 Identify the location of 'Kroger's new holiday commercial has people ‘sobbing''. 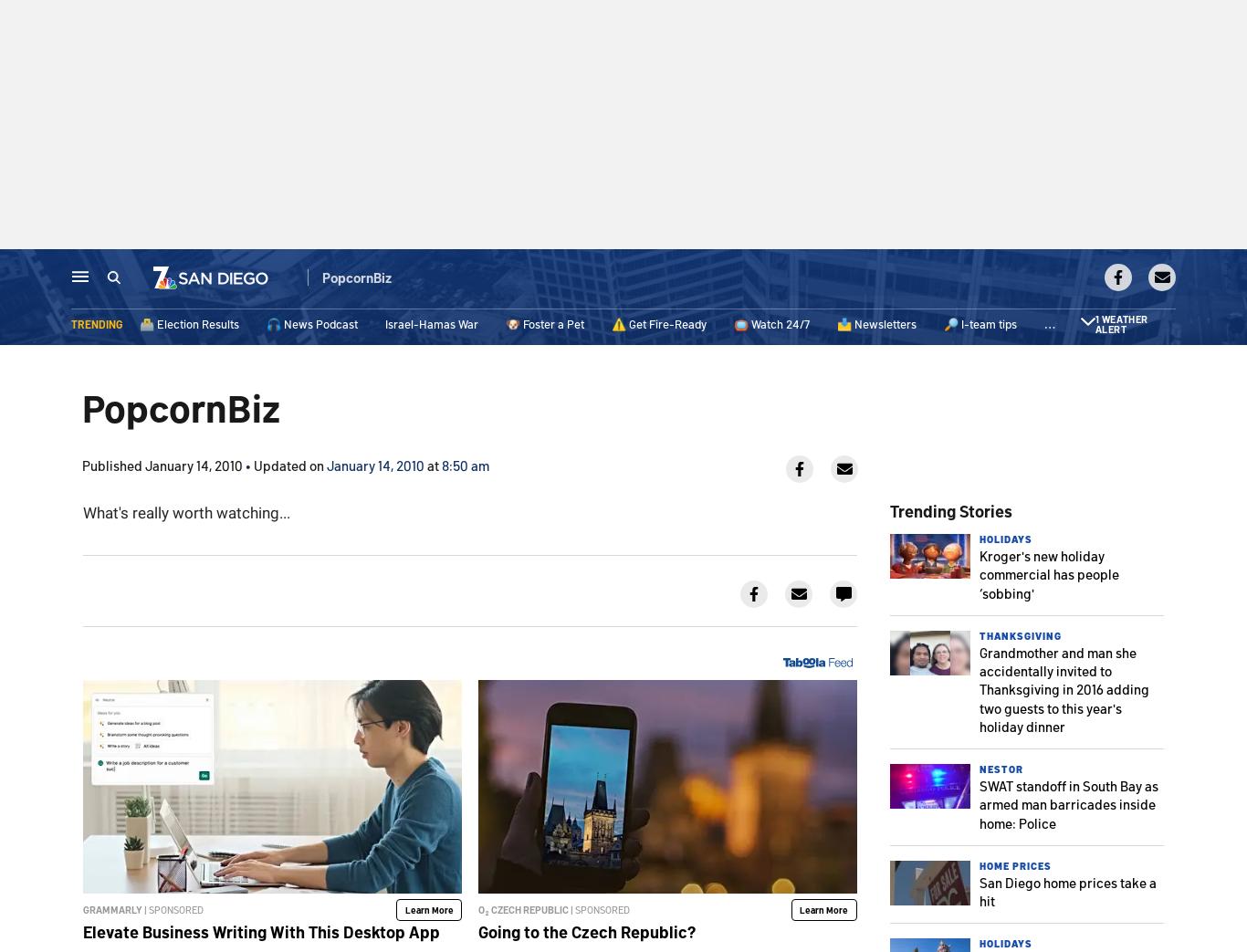
(1049, 572).